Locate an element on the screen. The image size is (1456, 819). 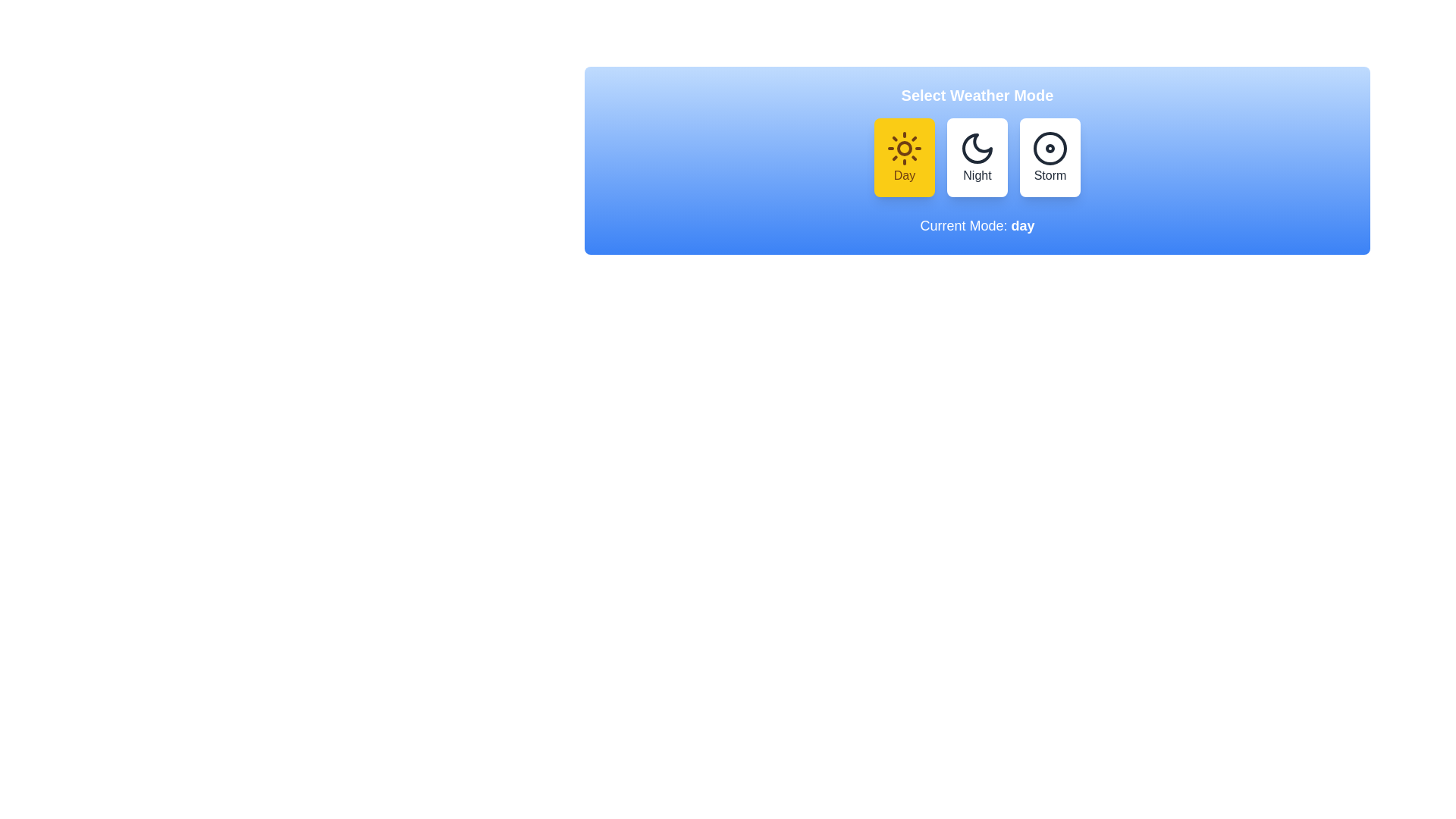
the button labeled Storm is located at coordinates (1050, 158).